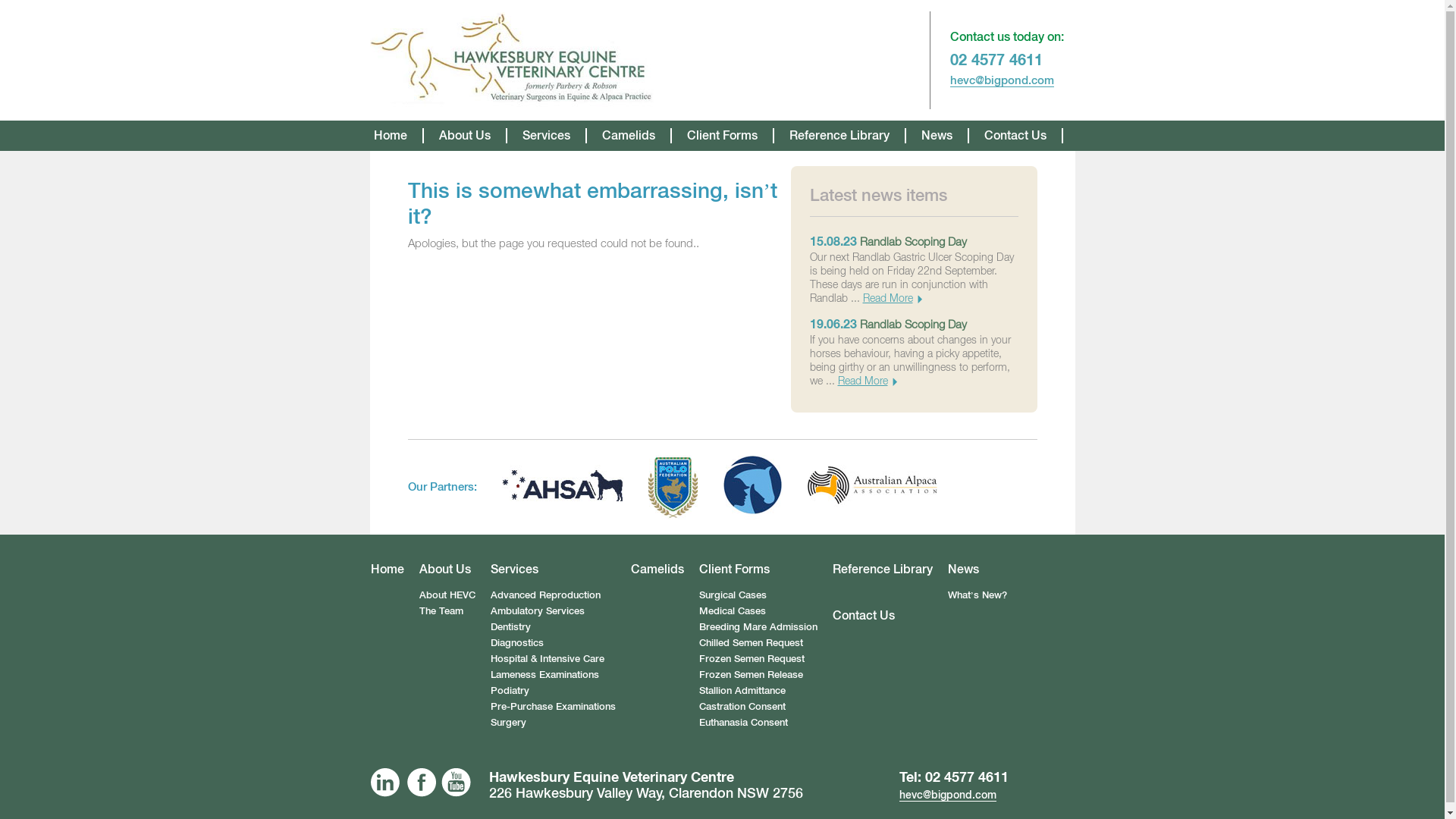 The height and width of the screenshot is (819, 1456). Describe the element at coordinates (672, 487) in the screenshot. I see `'Australian Polo Federation'` at that location.